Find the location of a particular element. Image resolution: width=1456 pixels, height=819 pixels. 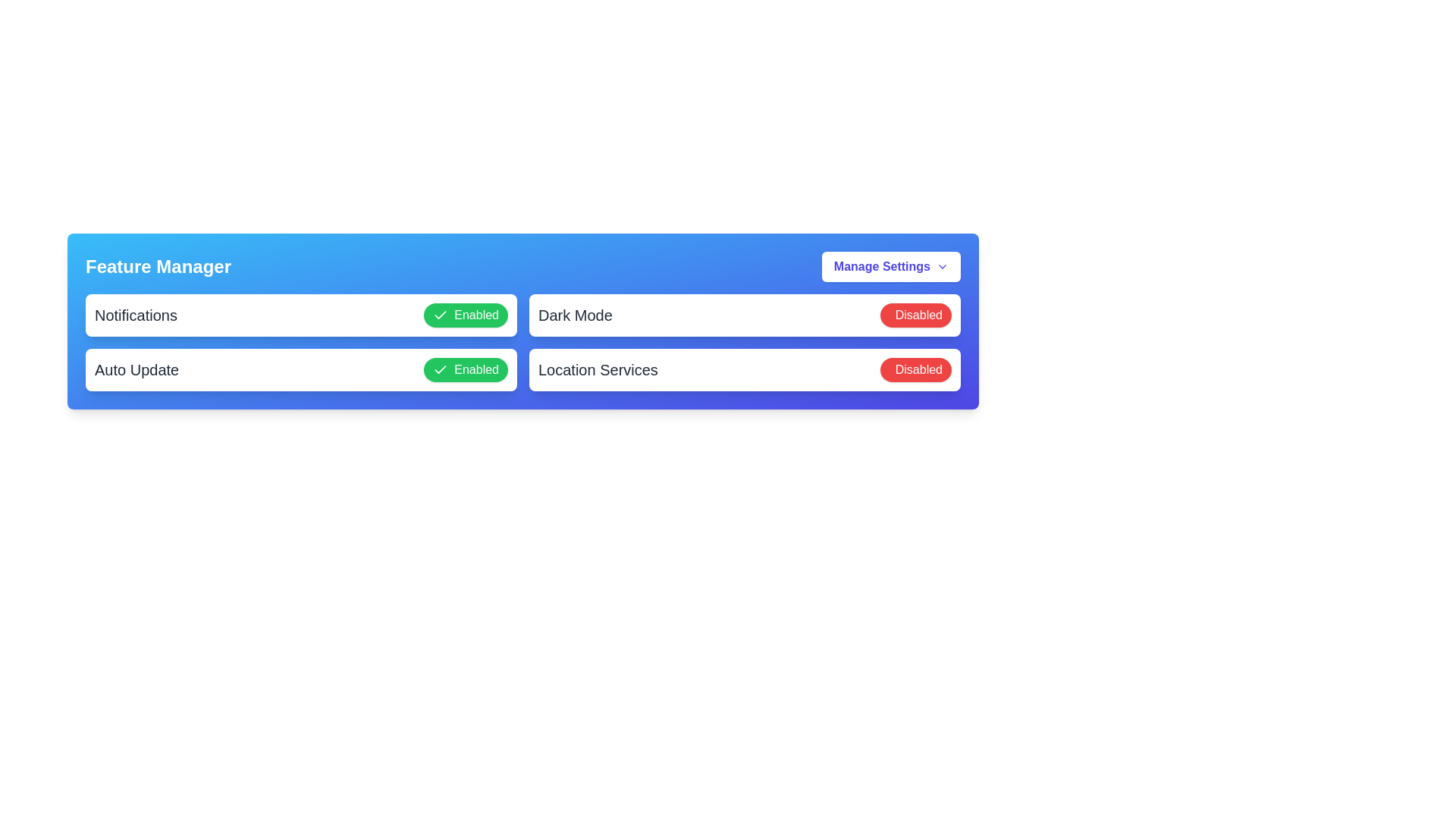

the 'Manage Settings' button to open the dropdown menu is located at coordinates (891, 265).